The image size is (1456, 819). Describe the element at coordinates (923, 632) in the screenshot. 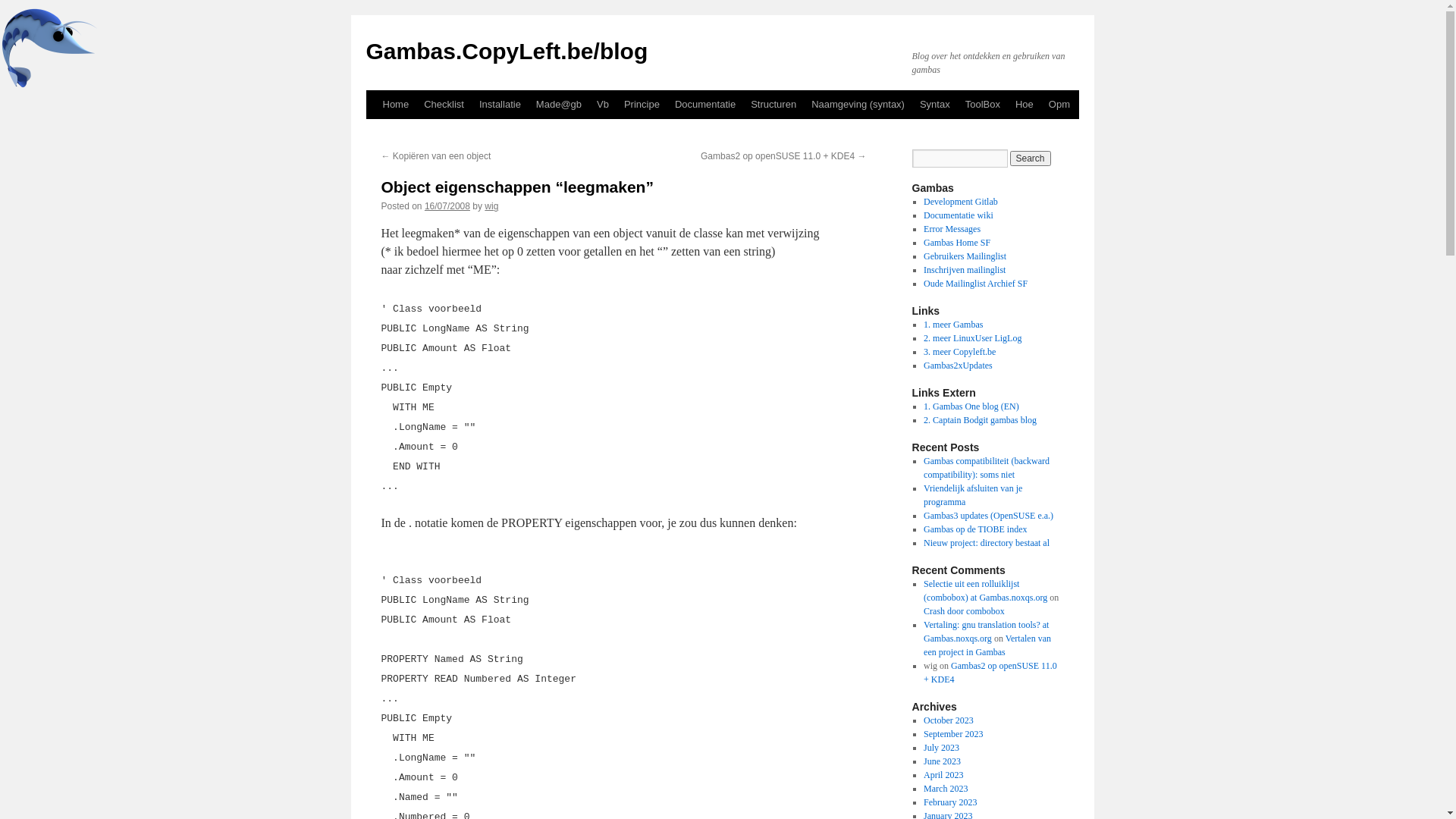

I see `'Vertaling: gnu translation tools? at Gambas.noxqs.org'` at that location.